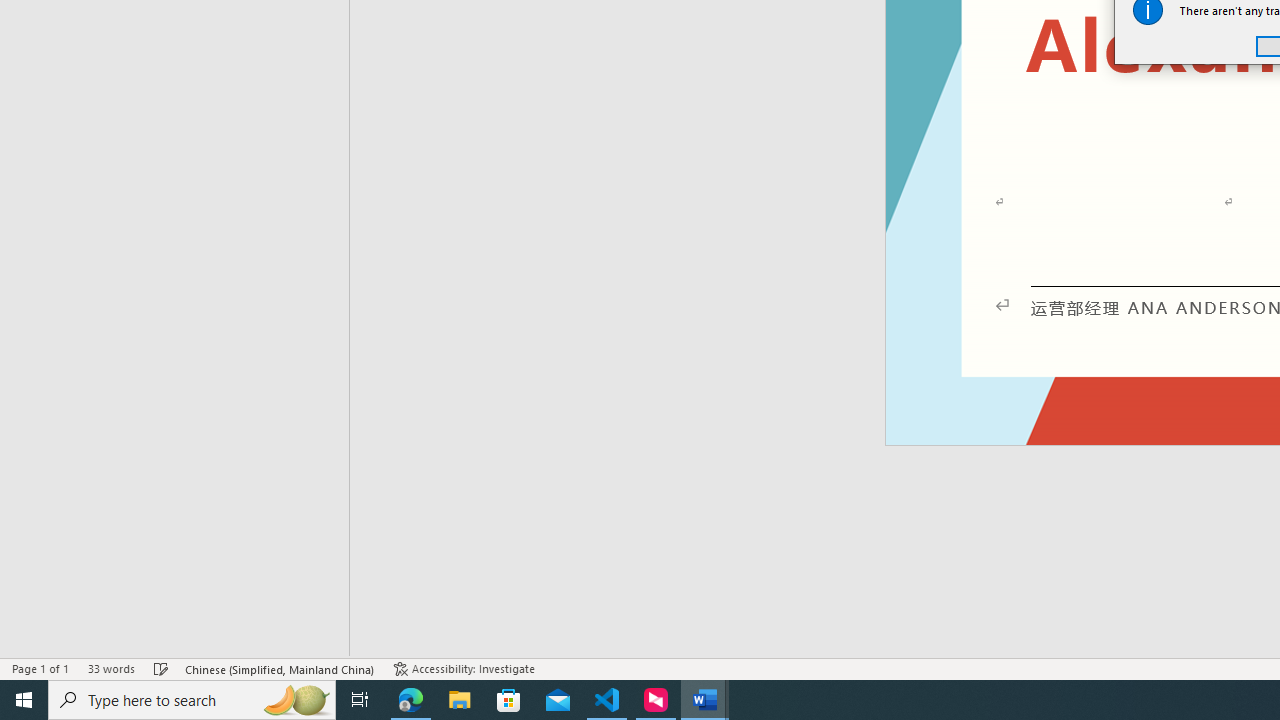 The height and width of the screenshot is (720, 1280). What do you see at coordinates (40, 669) in the screenshot?
I see `'Page Number Page 1 of 1'` at bounding box center [40, 669].